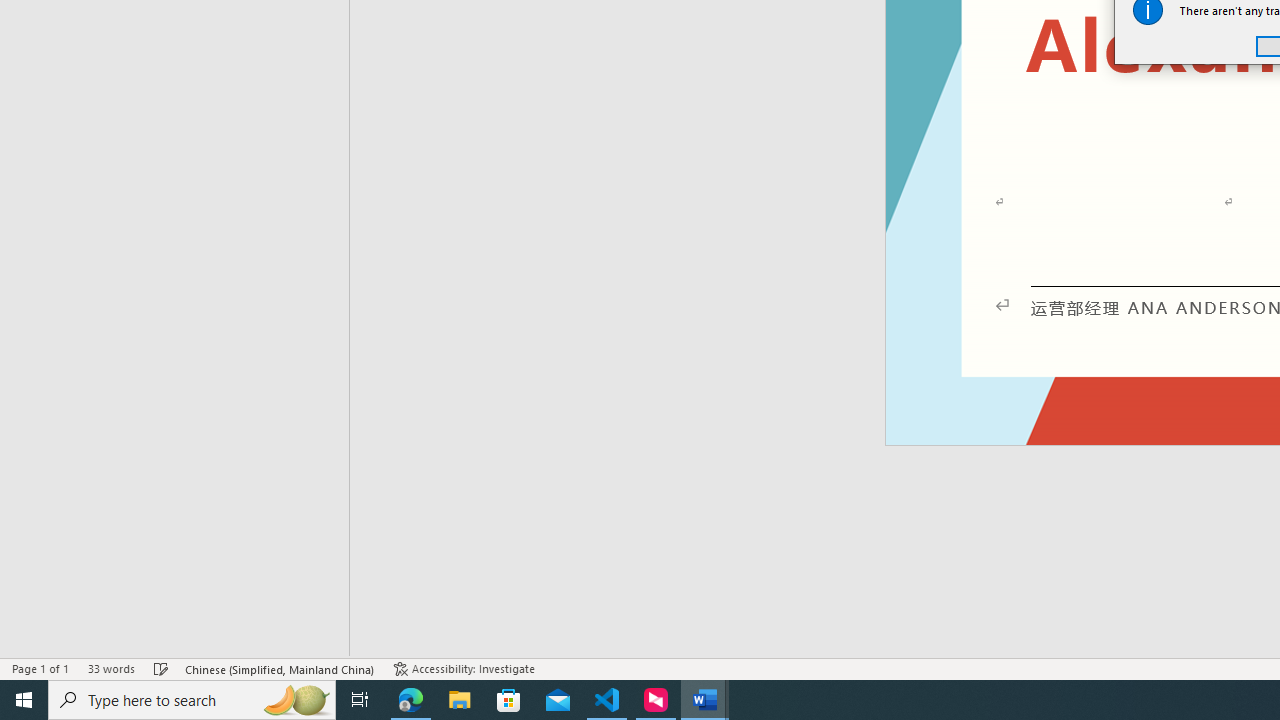 The height and width of the screenshot is (720, 1280). What do you see at coordinates (40, 669) in the screenshot?
I see `'Page Number Page 1 of 1'` at bounding box center [40, 669].